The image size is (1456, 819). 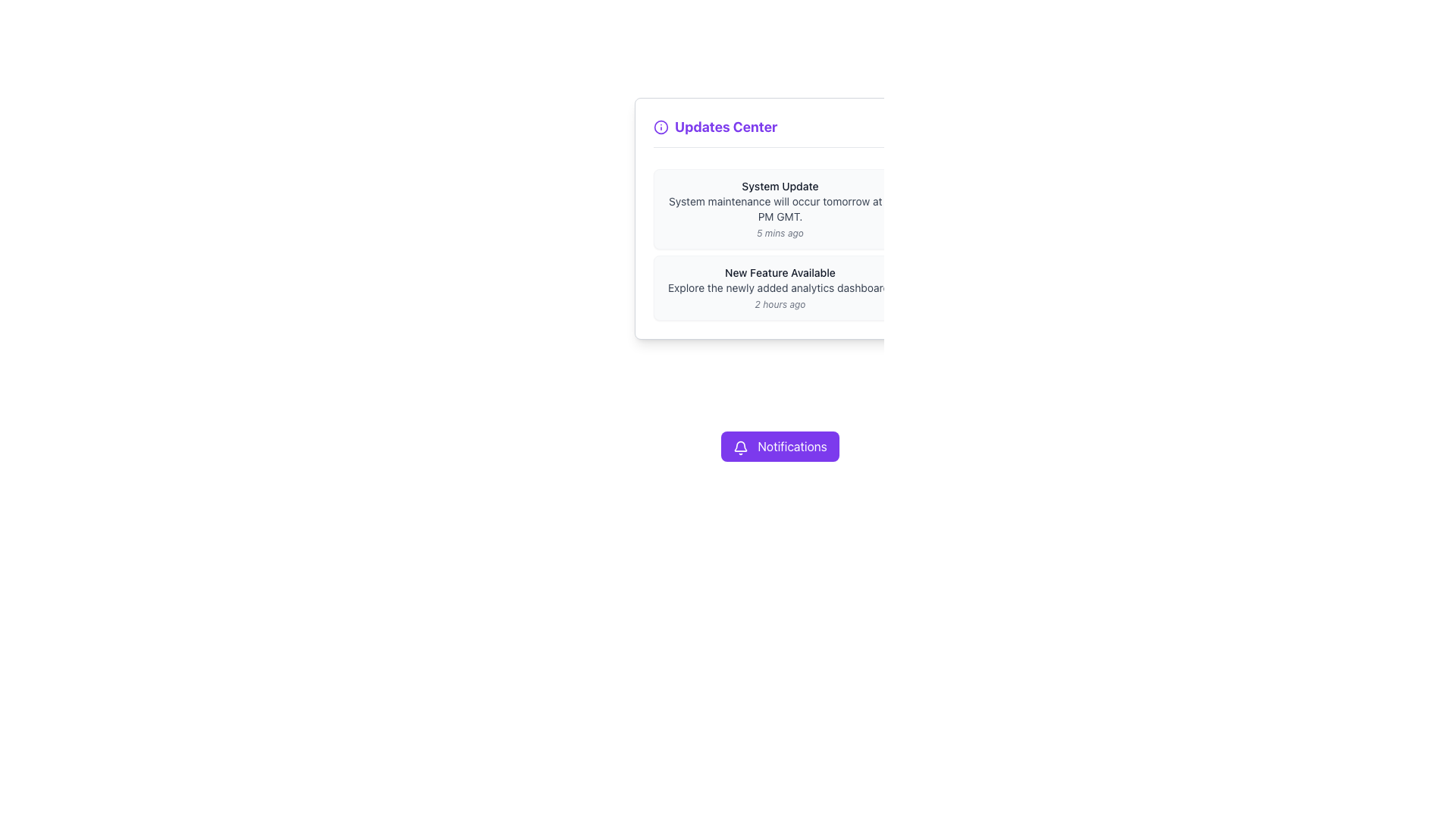 I want to click on the text label that reads 'New Feature Available', which is styled in bold dark gray and located in the 'Updates Center' section, above the description of the analytics dashboard, so click(x=780, y=271).